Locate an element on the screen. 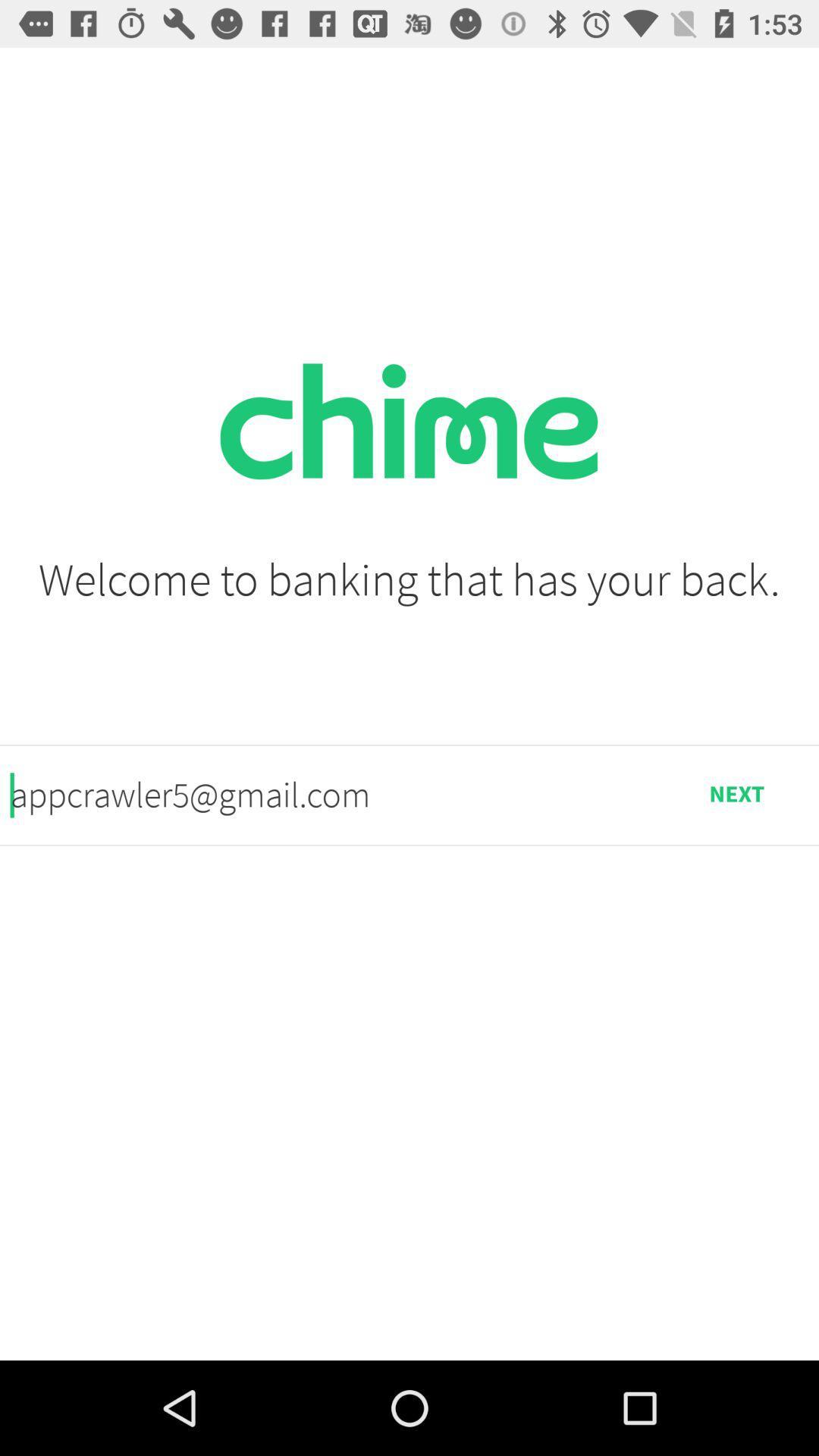 Image resolution: width=819 pixels, height=1456 pixels. the appcrawler5@gmail.com icon is located at coordinates (331, 794).